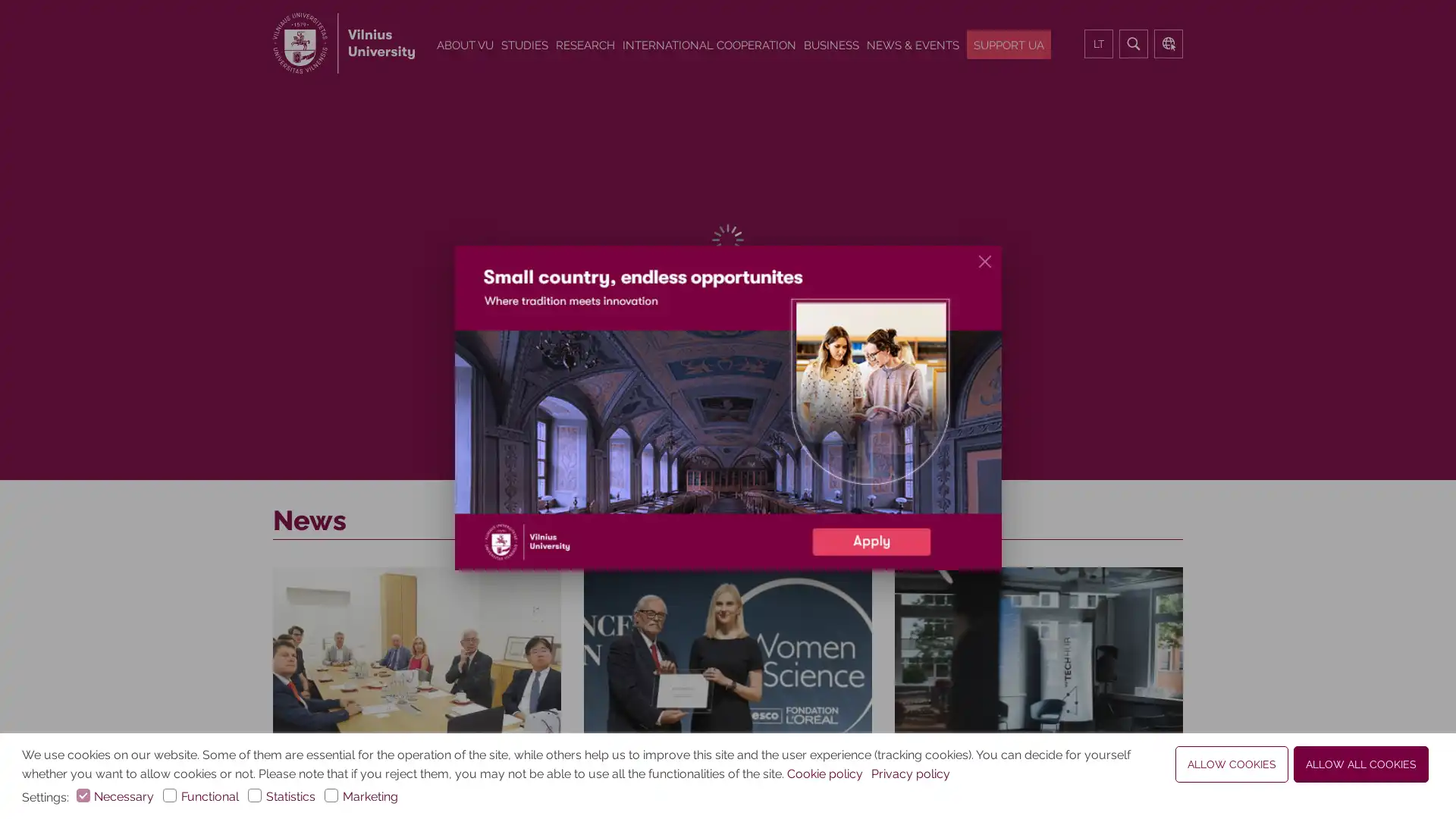 Image resolution: width=1456 pixels, height=819 pixels. Describe the element at coordinates (910, 774) in the screenshot. I see `privacy policy` at that location.